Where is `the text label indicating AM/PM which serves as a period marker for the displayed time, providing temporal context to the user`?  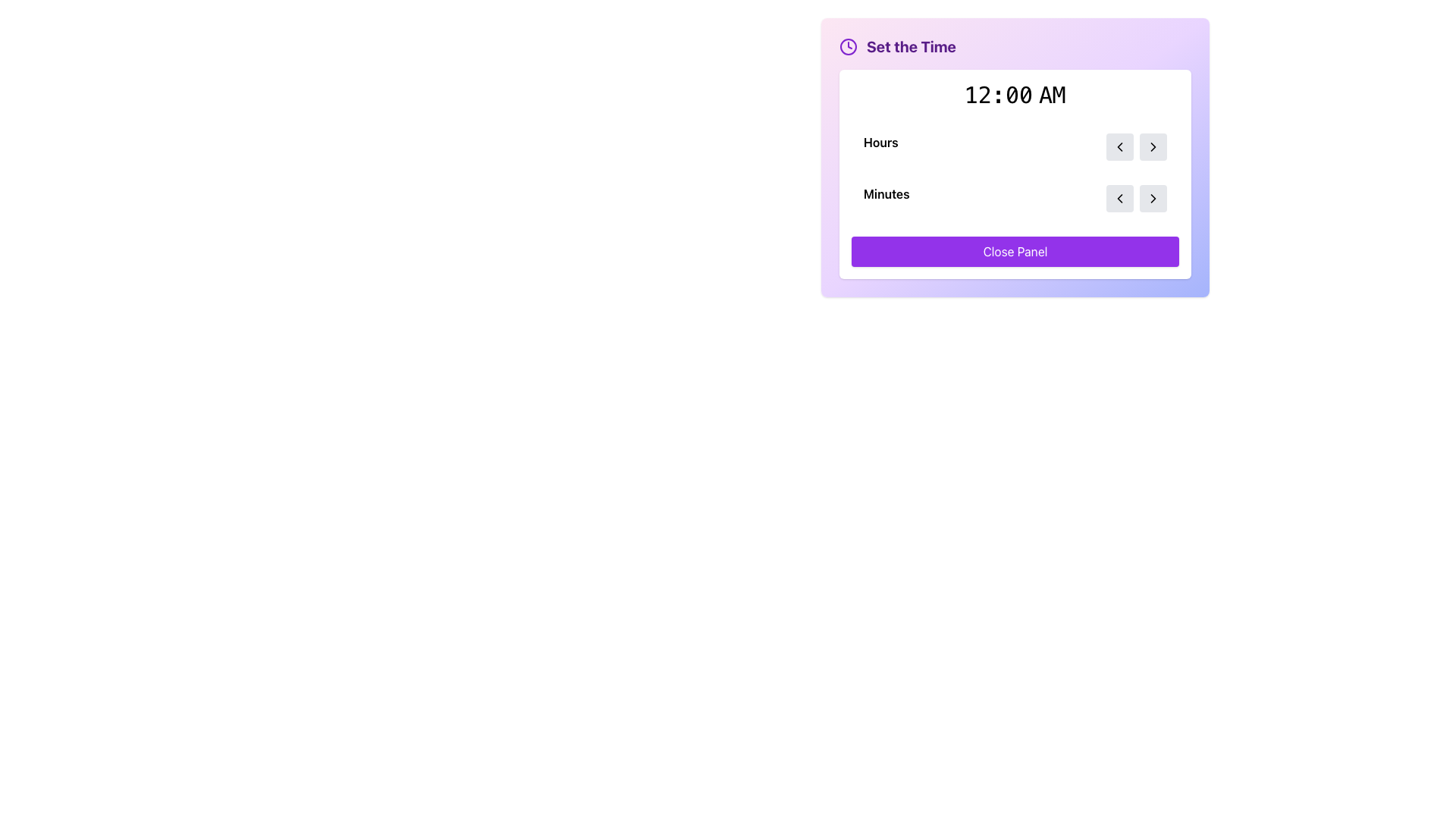 the text label indicating AM/PM which serves as a period marker for the displayed time, providing temporal context to the user is located at coordinates (1049, 96).